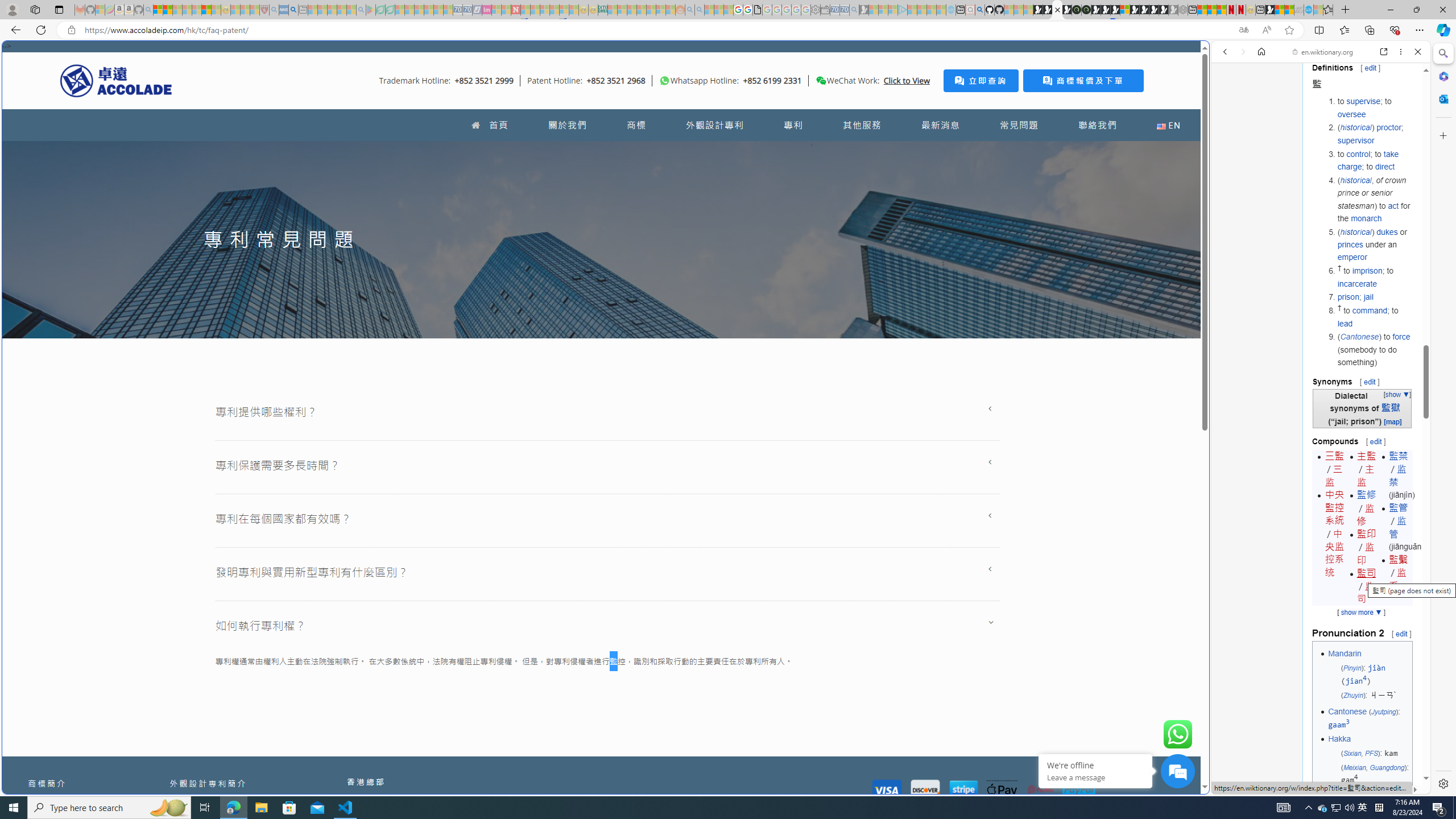 The height and width of the screenshot is (819, 1456). What do you see at coordinates (1289, 9) in the screenshot?
I see `'Earth has six continents not seven, radical new study claims'` at bounding box center [1289, 9].